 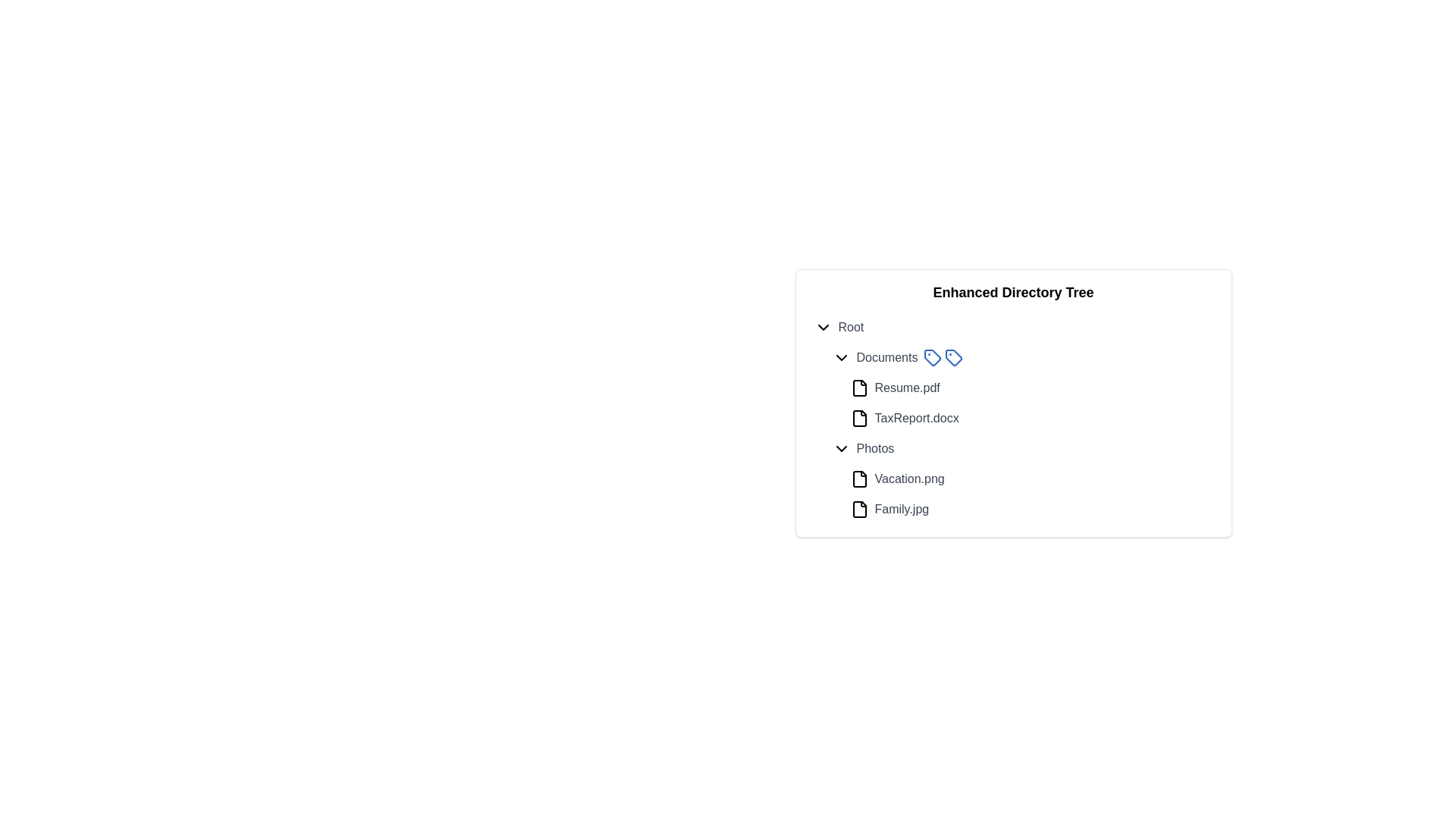 I want to click on the Dropdown indicator or chevron icon, so click(x=840, y=447).